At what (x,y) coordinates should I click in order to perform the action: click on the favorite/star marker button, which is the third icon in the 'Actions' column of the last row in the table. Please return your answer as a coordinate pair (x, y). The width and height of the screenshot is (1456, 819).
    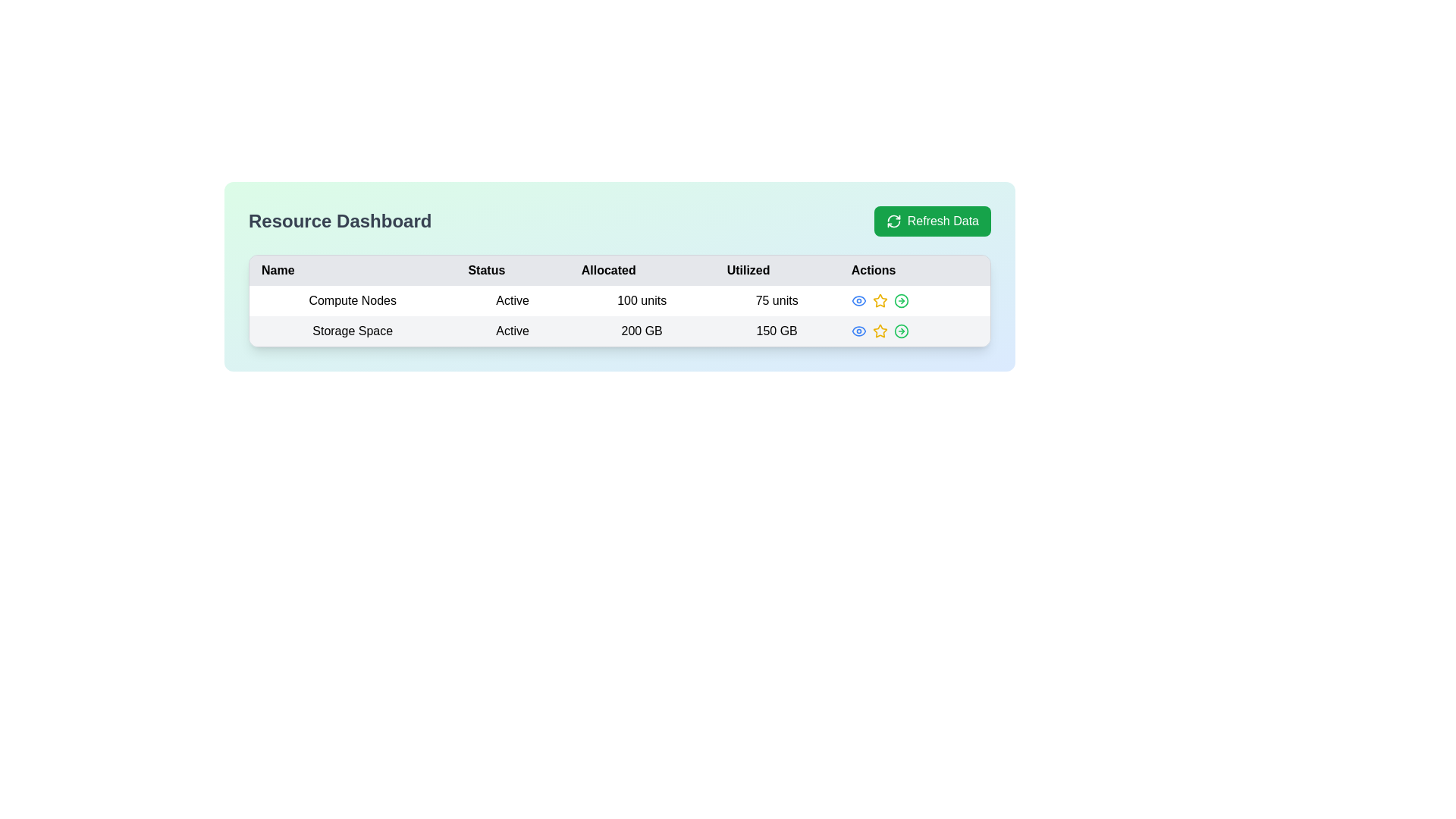
    Looking at the image, I should click on (880, 301).